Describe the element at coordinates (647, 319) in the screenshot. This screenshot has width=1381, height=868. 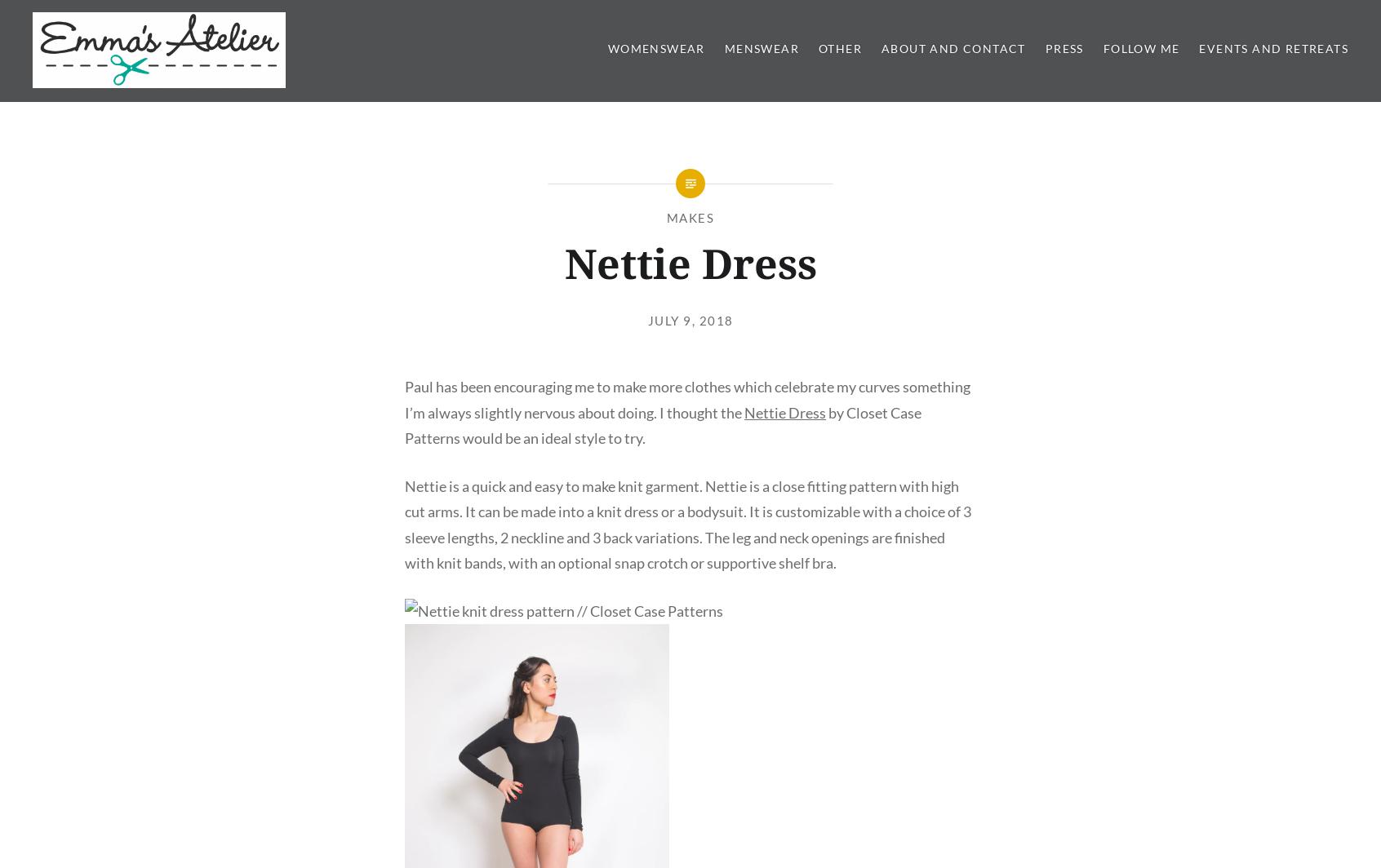
I see `'July 9, 2018'` at that location.